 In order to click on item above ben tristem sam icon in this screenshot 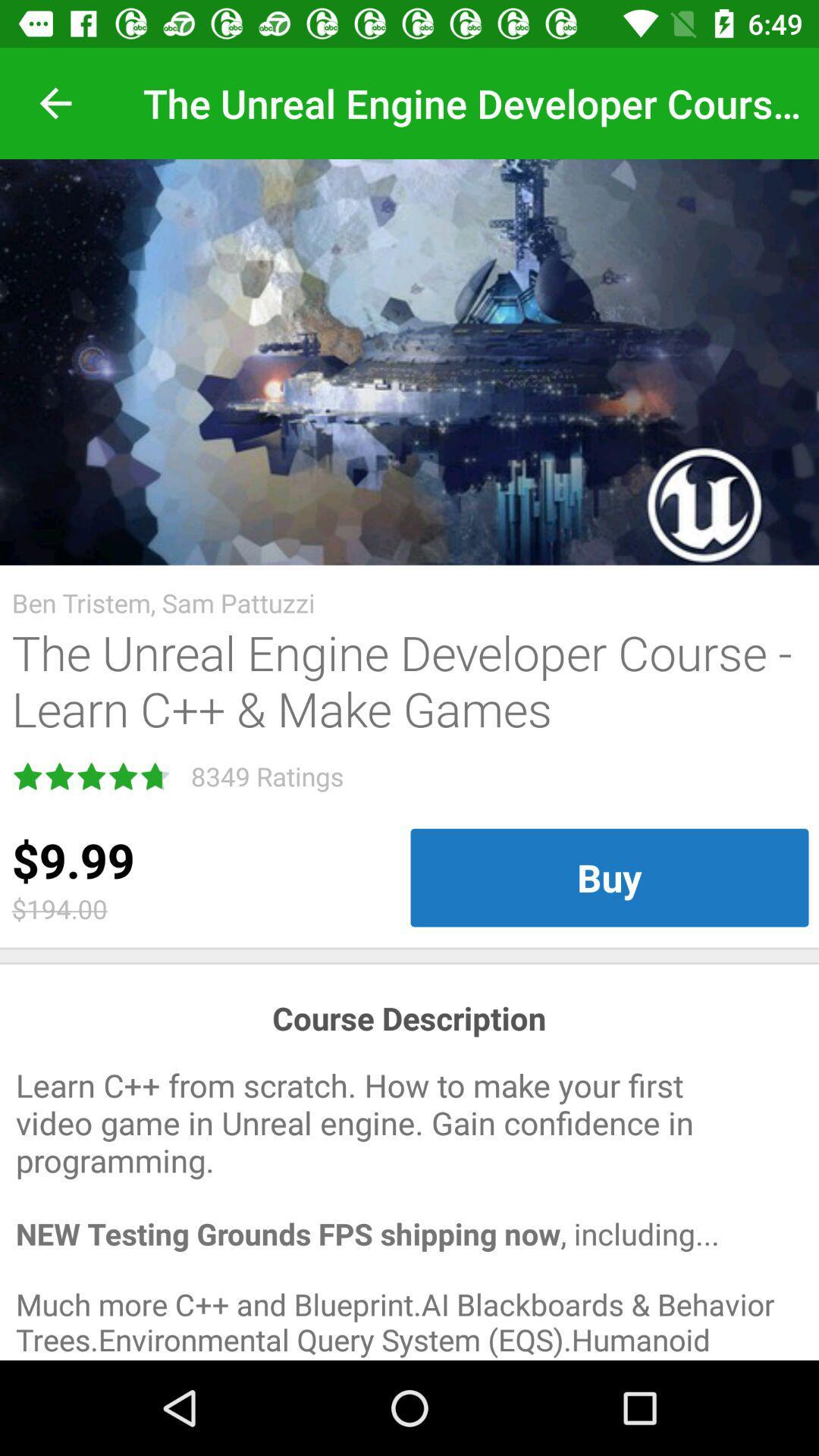, I will do `click(409, 361)`.